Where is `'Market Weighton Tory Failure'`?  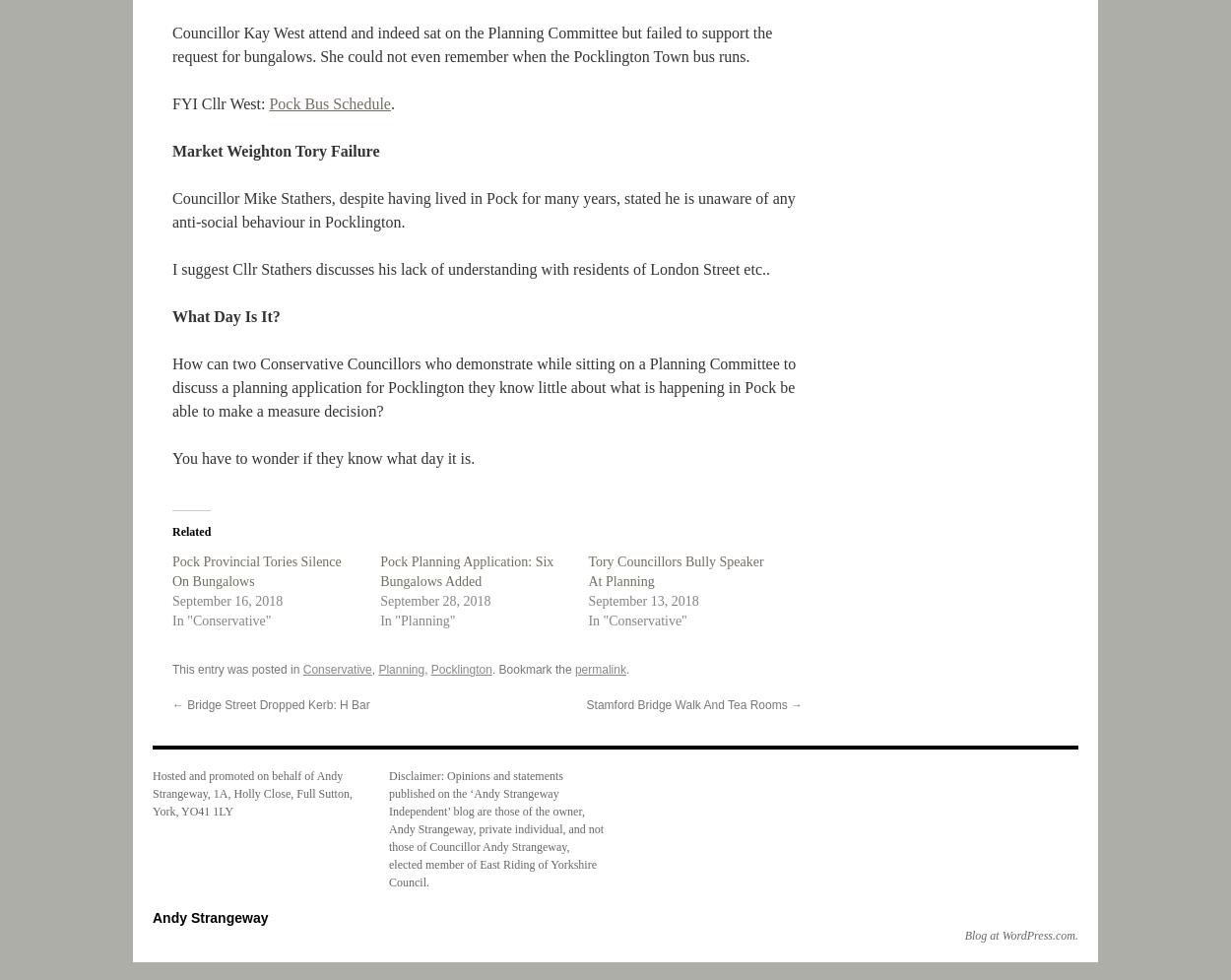
'Market Weighton Tory Failure' is located at coordinates (276, 150).